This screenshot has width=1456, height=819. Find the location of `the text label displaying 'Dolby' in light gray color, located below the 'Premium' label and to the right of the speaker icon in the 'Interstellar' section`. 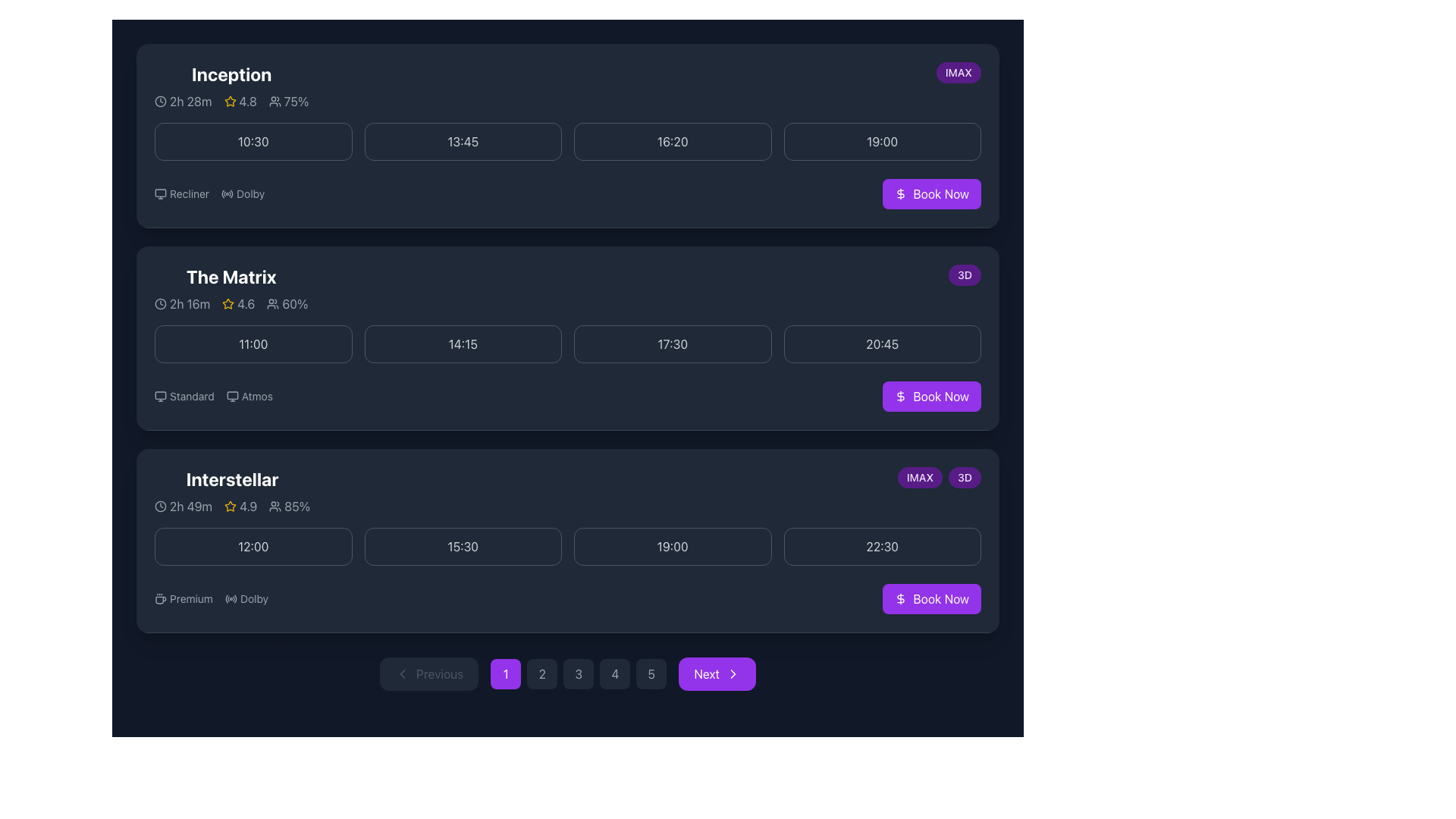

the text label displaying 'Dolby' in light gray color, located below the 'Premium' label and to the right of the speaker icon in the 'Interstellar' section is located at coordinates (254, 598).